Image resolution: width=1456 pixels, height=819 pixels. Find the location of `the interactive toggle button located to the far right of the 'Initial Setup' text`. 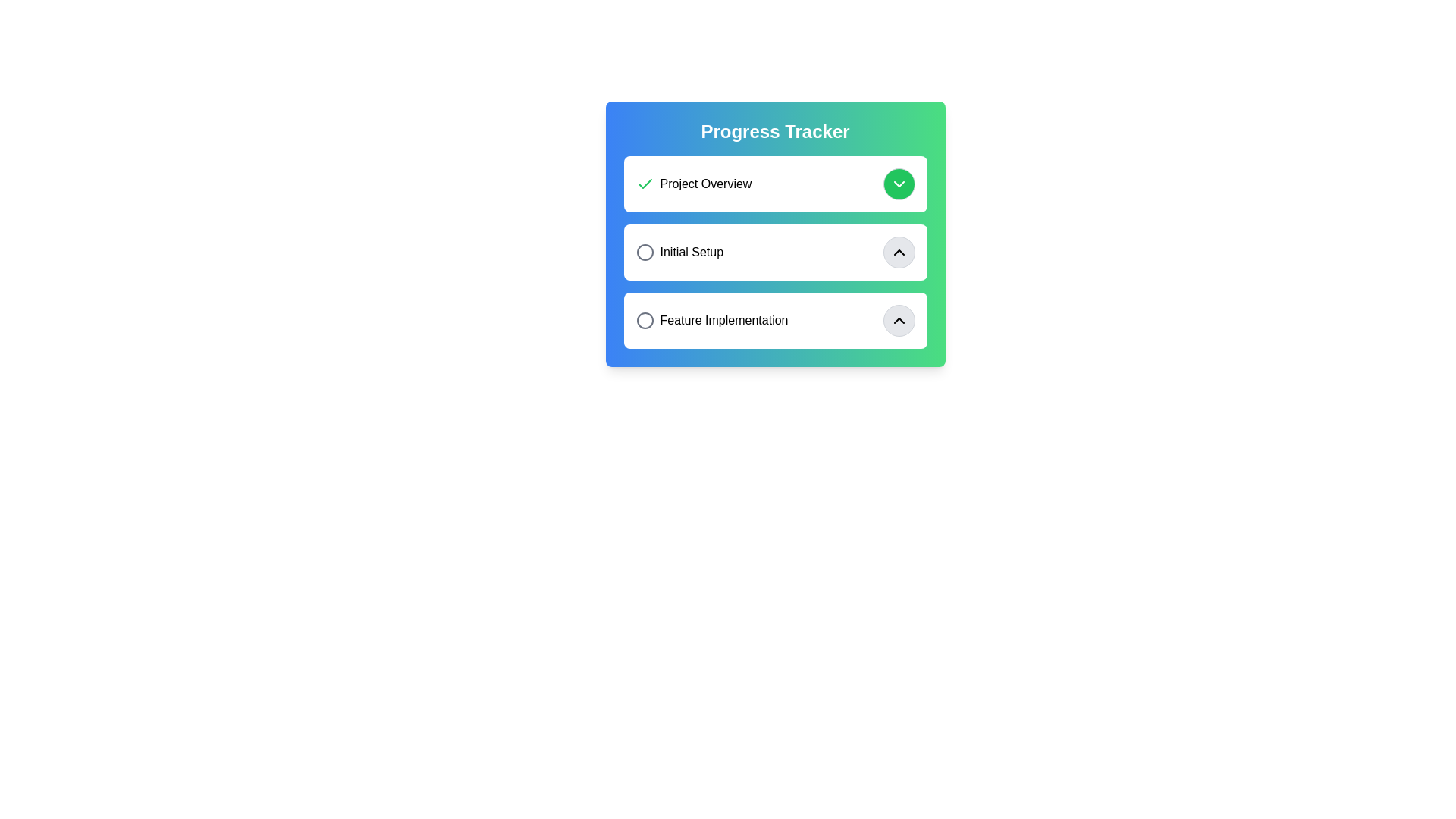

the interactive toggle button located to the far right of the 'Initial Setup' text is located at coordinates (899, 251).